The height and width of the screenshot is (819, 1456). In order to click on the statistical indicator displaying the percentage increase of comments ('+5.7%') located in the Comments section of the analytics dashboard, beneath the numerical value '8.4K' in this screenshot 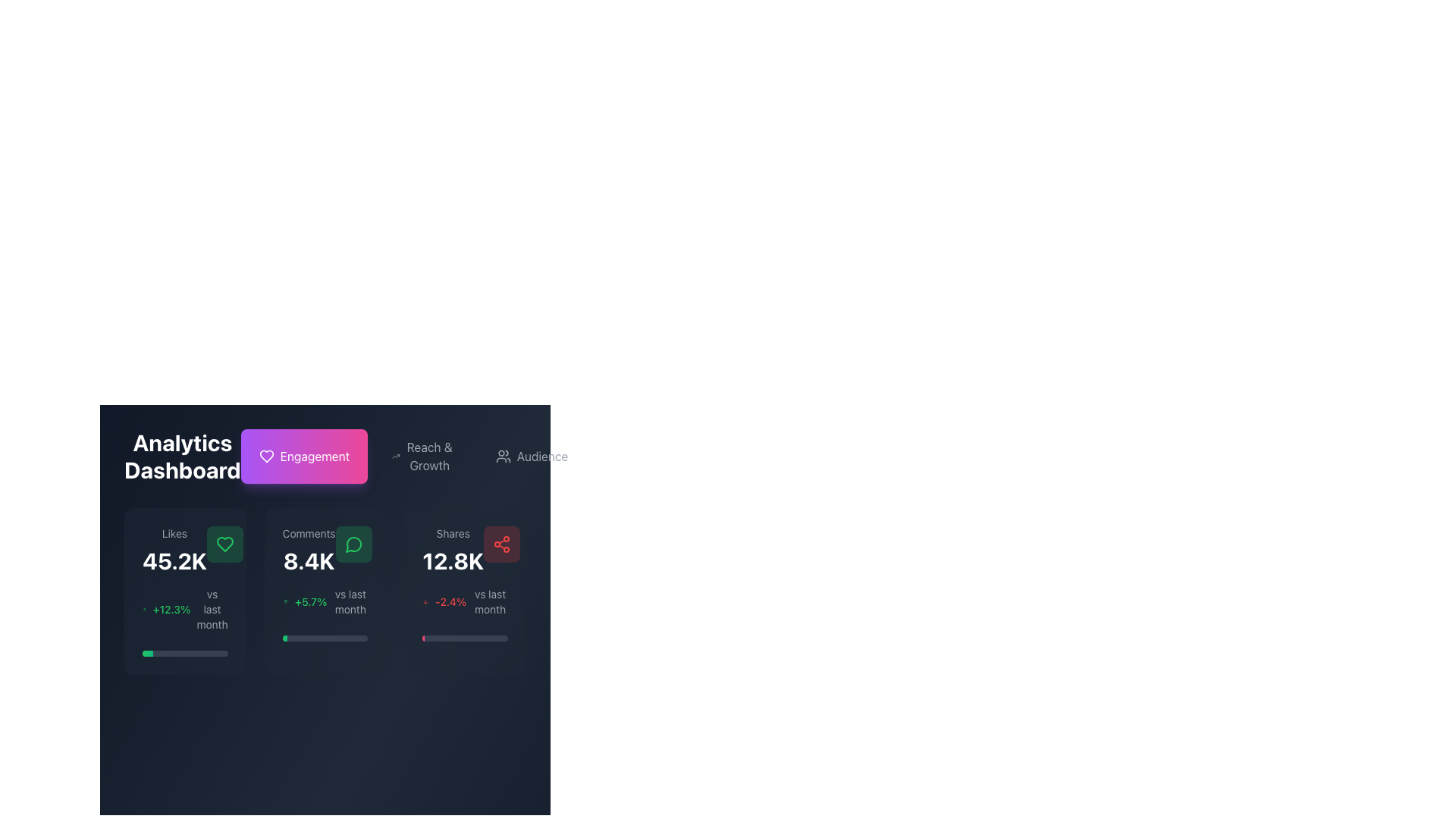, I will do `click(324, 601)`.